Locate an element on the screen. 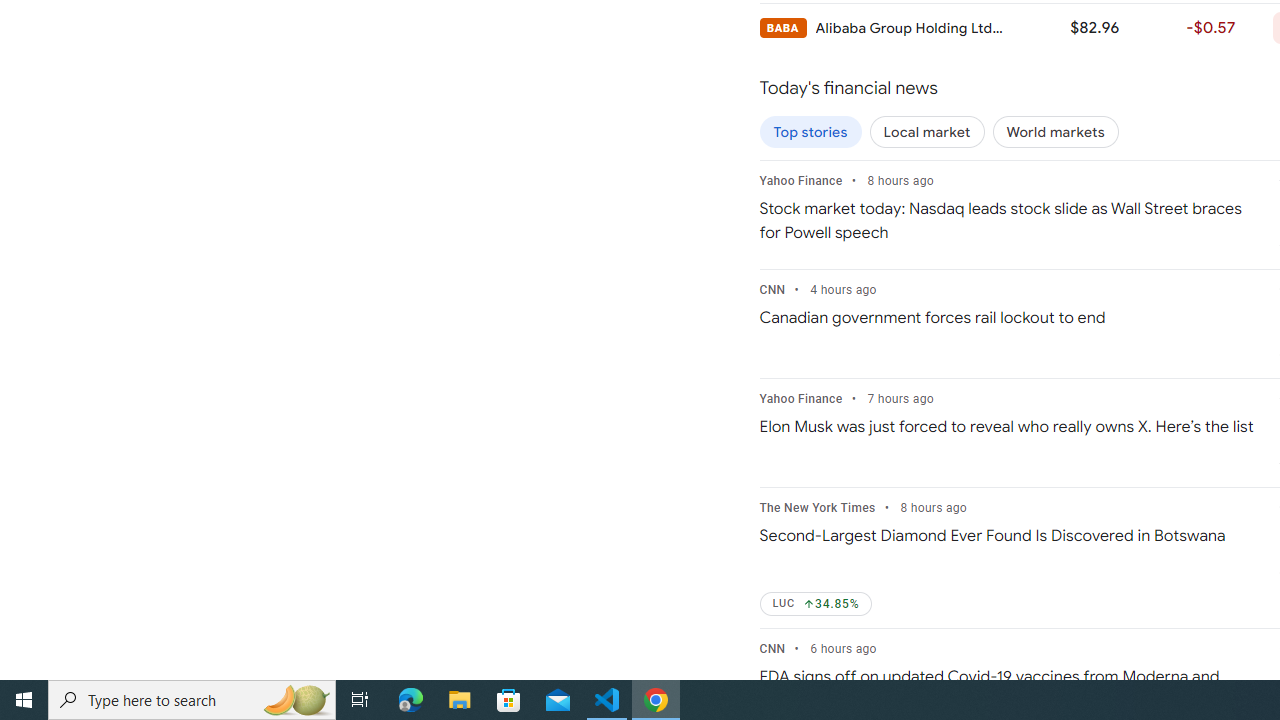 This screenshot has height=720, width=1280. 'World markets' is located at coordinates (1054, 132).